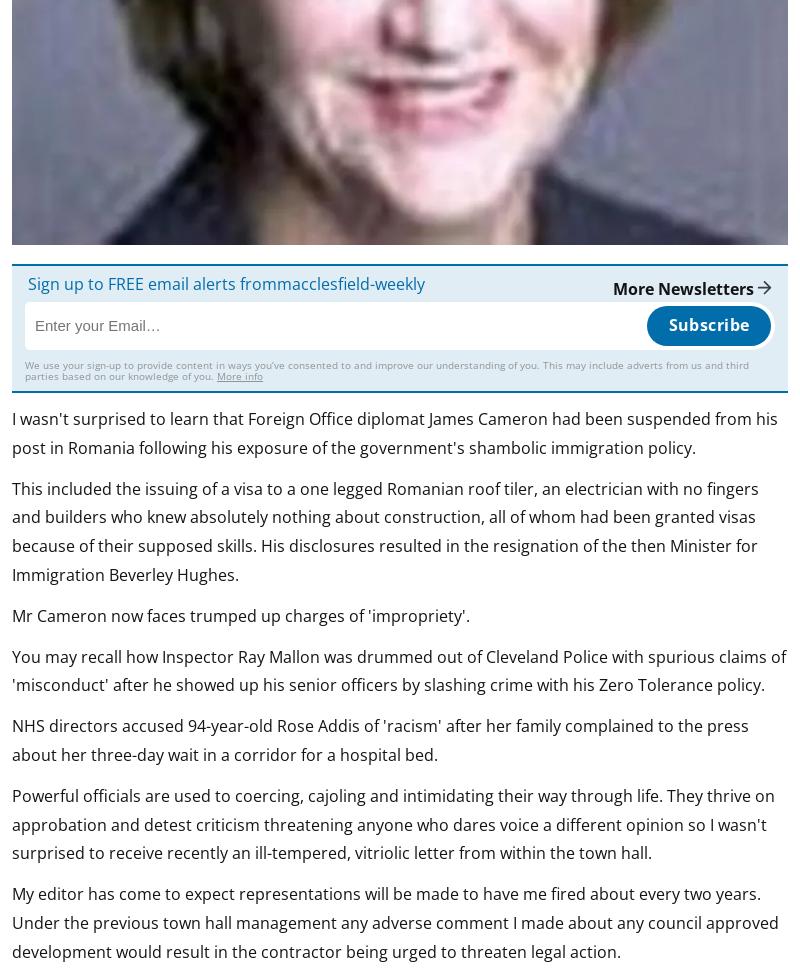 The image size is (800, 971). I want to click on 'We use your sign-up to provide content in ways you’ve consented to and improve our understanding of you. This may include adverts from us and third parties based on our knowledge of you.', so click(386, 369).